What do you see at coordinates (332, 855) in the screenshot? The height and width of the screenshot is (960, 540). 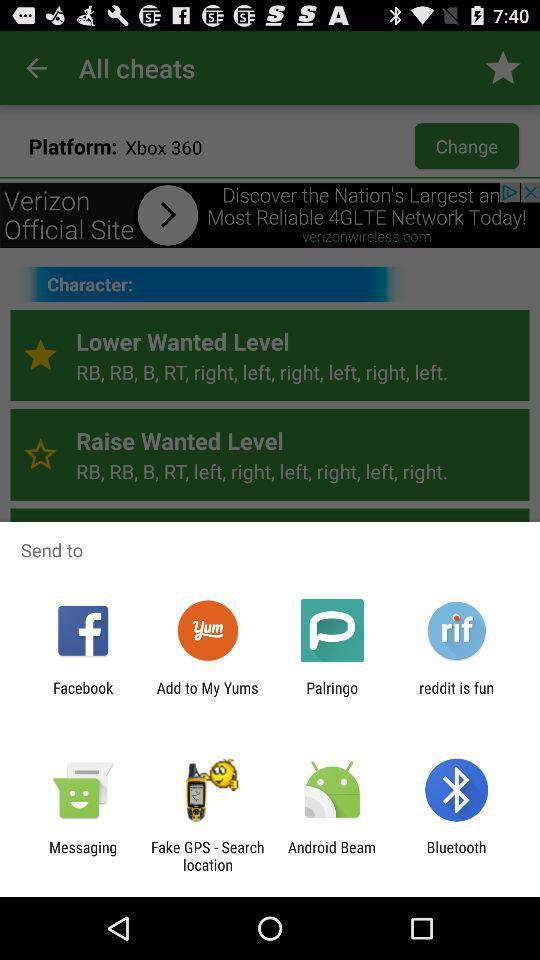 I see `item to the right of the fake gps search app` at bounding box center [332, 855].